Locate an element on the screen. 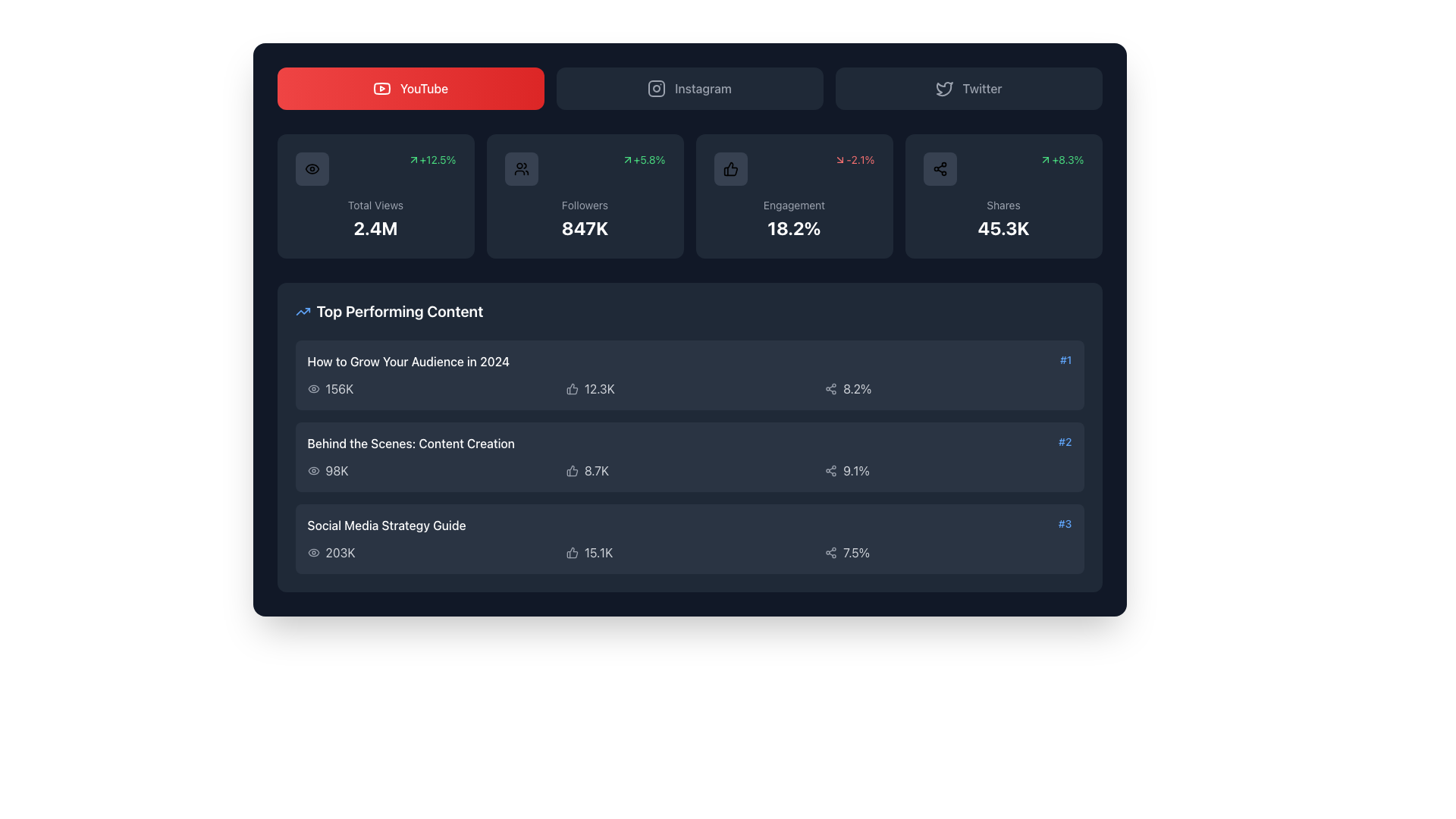 This screenshot has width=1456, height=819. the 'YouTube' icon located at the top left within the horizontal list of social media buttons is located at coordinates (381, 88).